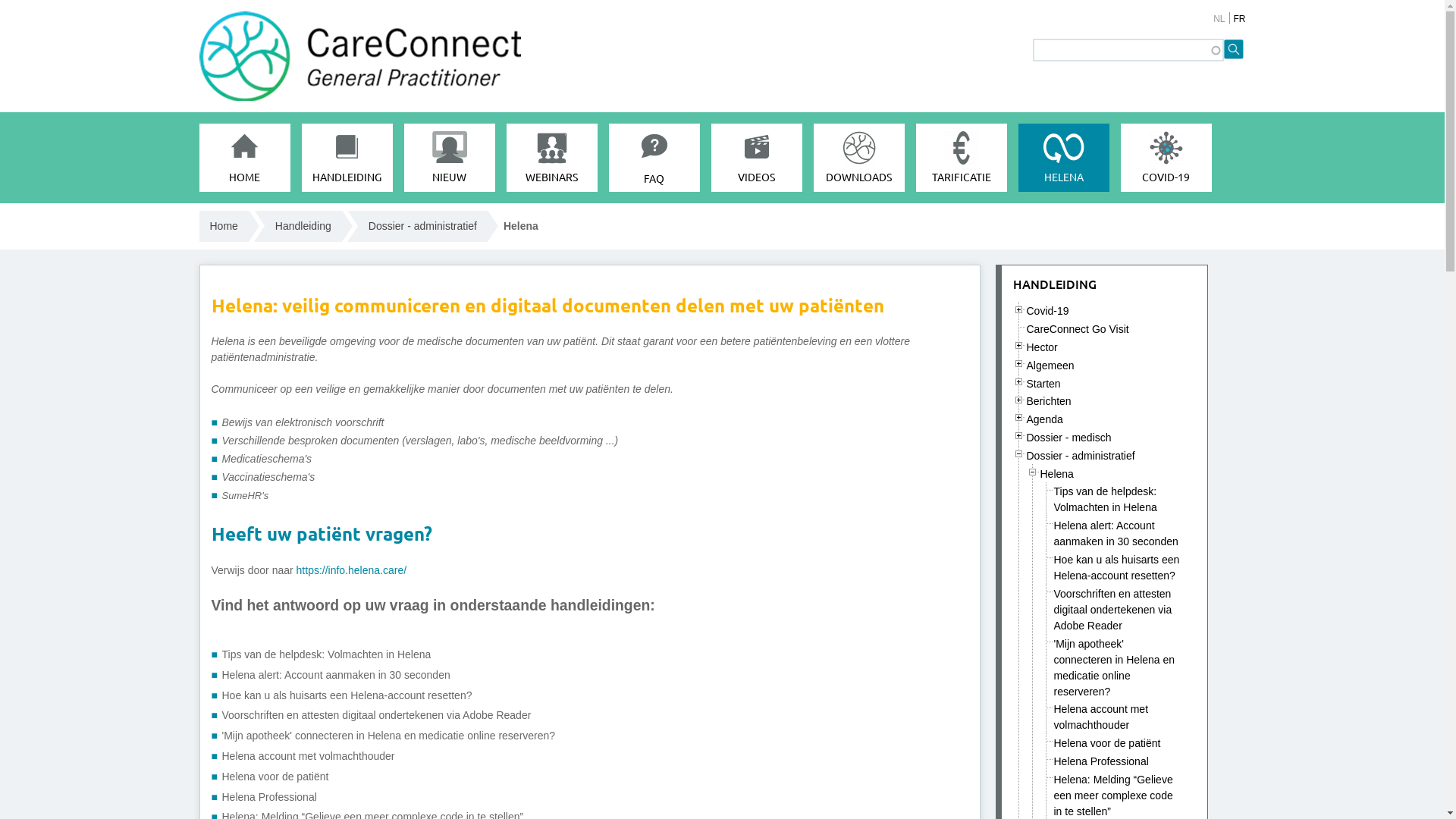  I want to click on ' ', so click(1019, 453).